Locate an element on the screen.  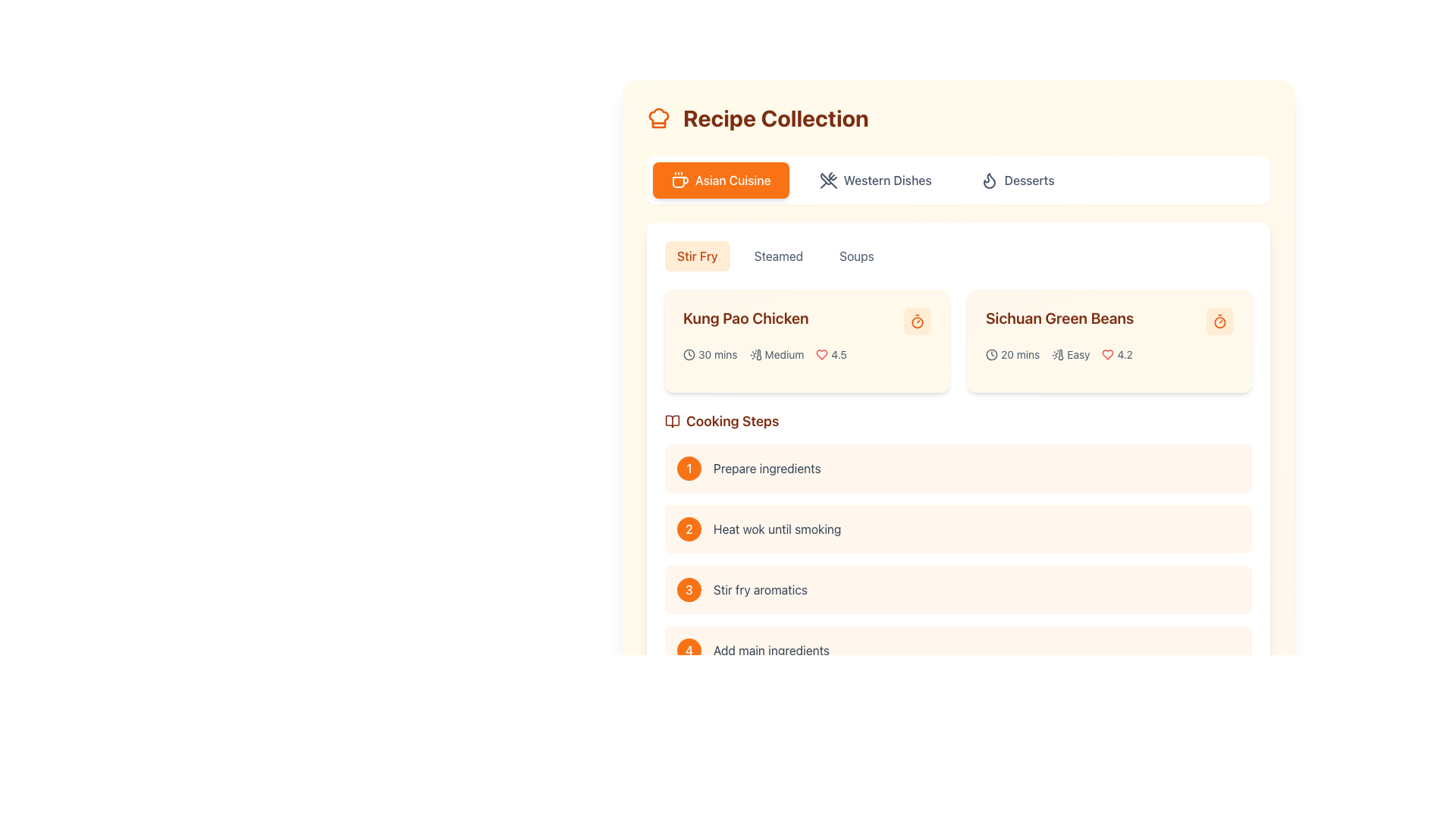
the 'Soups' tab in the Tab navigation bar is located at coordinates (957, 256).